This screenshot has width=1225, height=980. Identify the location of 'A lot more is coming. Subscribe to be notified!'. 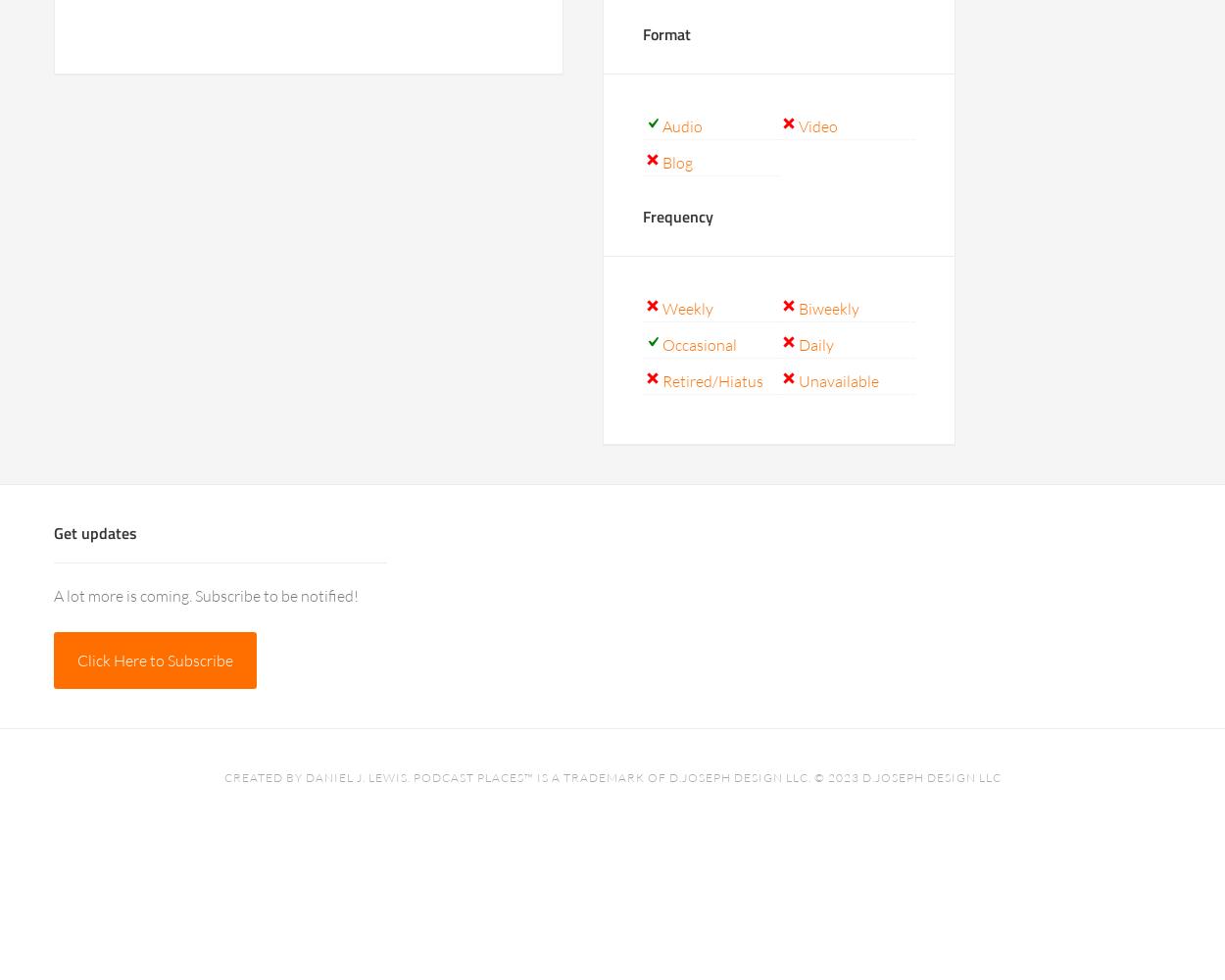
(205, 595).